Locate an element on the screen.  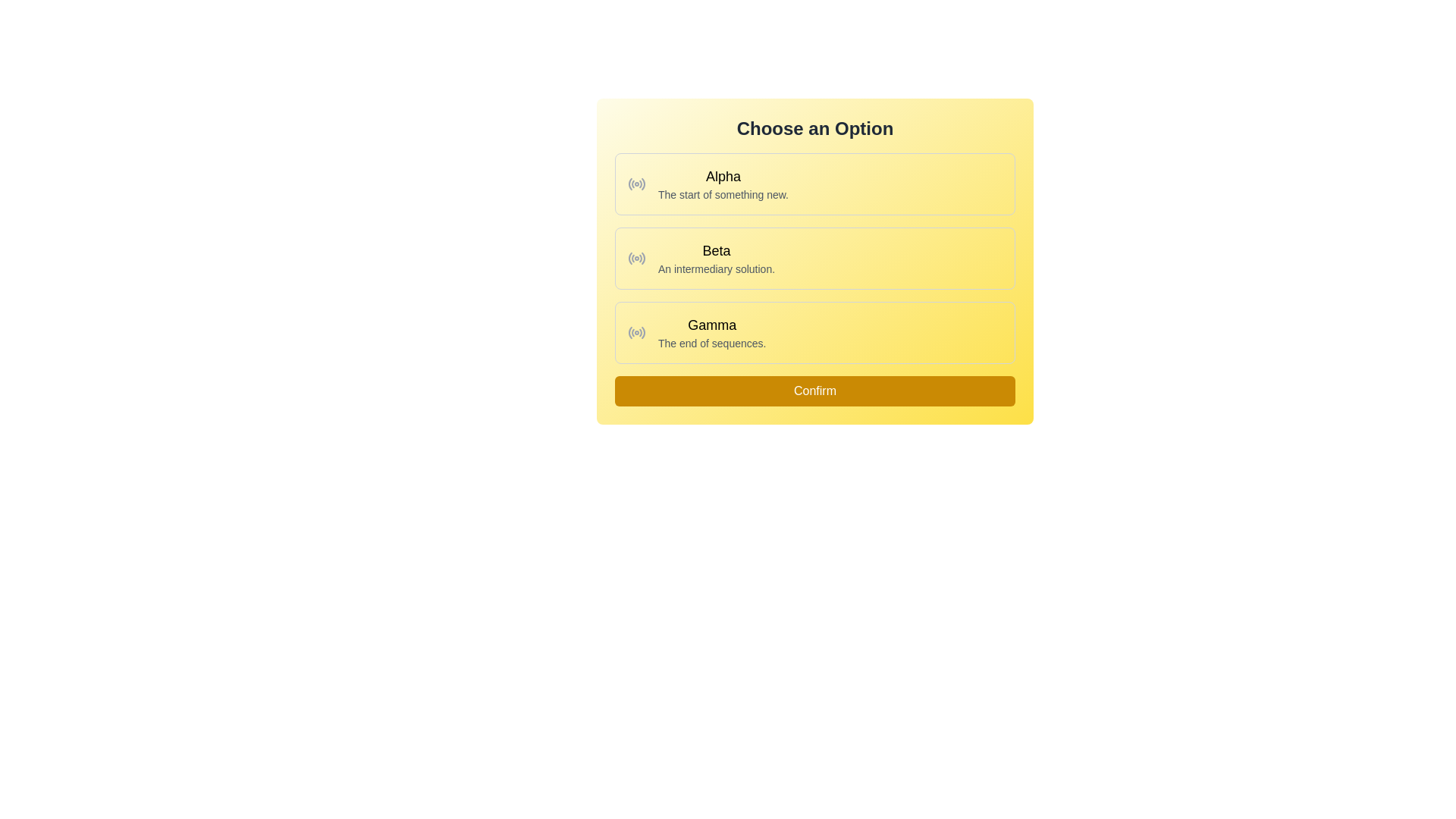
the text label that identifies the first option in a list of selectable choices for focus is located at coordinates (723, 175).